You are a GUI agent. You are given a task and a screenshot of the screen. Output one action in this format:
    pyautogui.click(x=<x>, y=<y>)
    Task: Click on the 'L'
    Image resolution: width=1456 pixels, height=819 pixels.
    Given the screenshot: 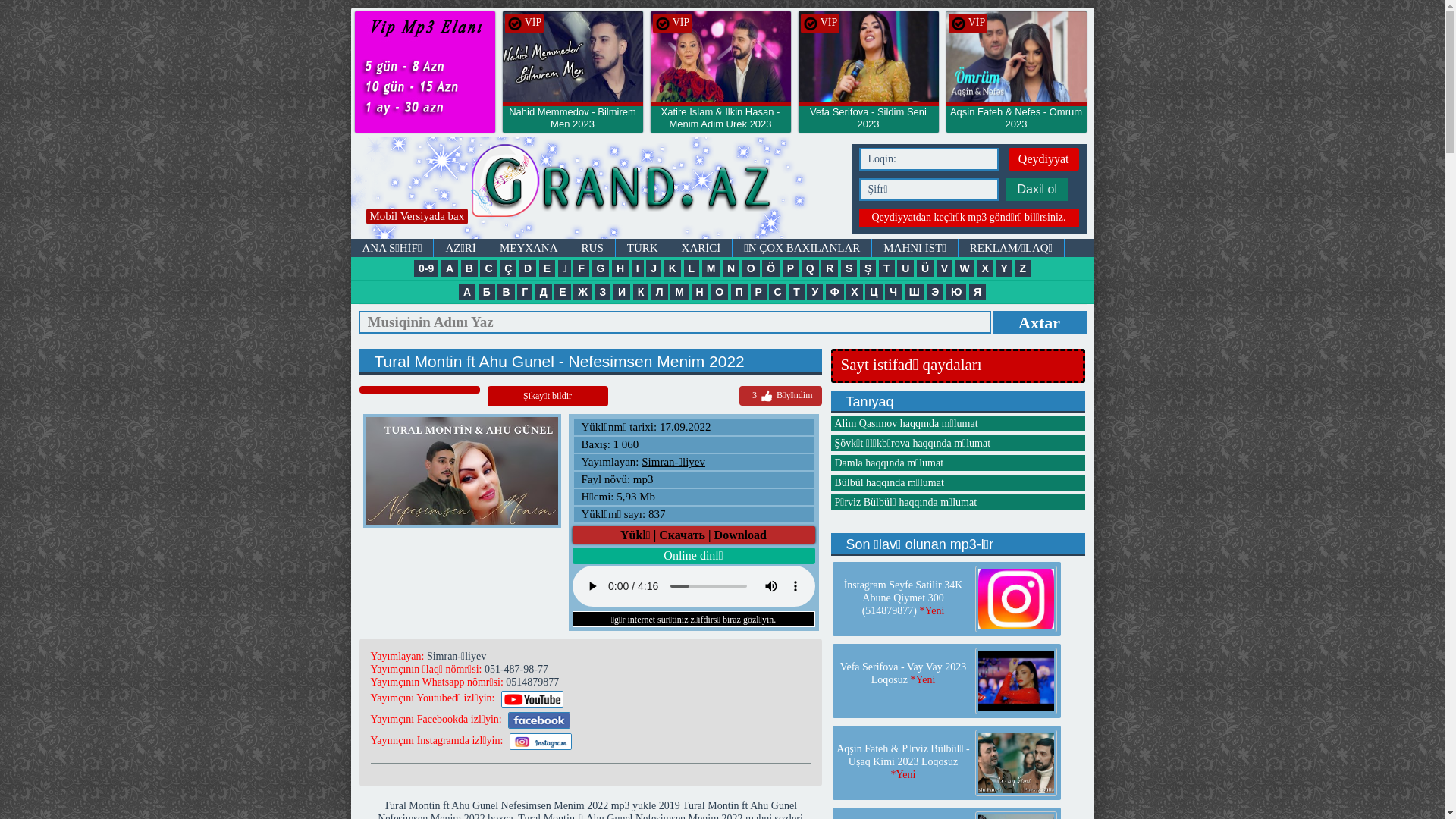 What is the action you would take?
    pyautogui.click(x=691, y=268)
    